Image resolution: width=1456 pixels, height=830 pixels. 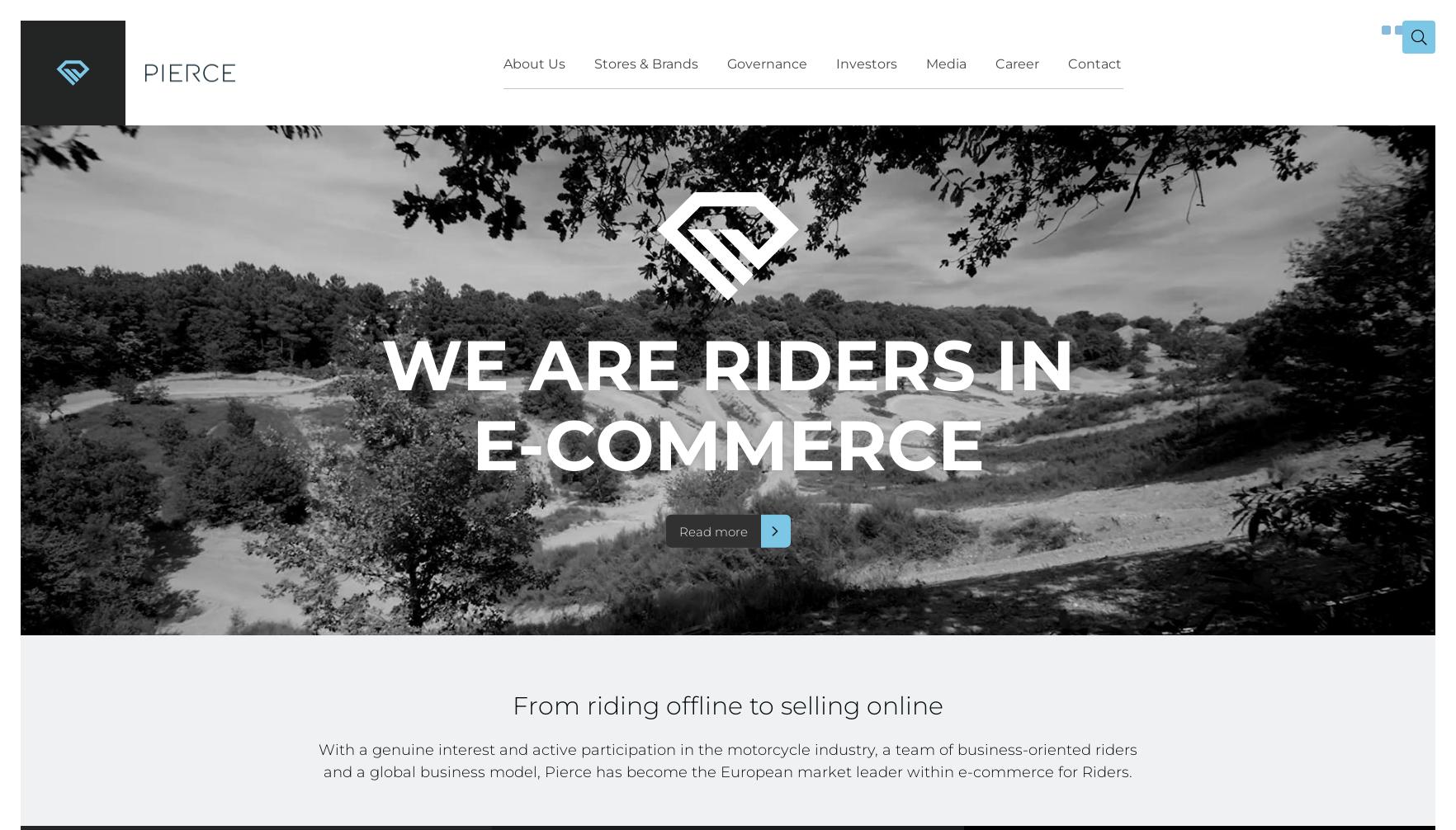 What do you see at coordinates (768, 268) in the screenshot?
I see `'Reports & presentations'` at bounding box center [768, 268].